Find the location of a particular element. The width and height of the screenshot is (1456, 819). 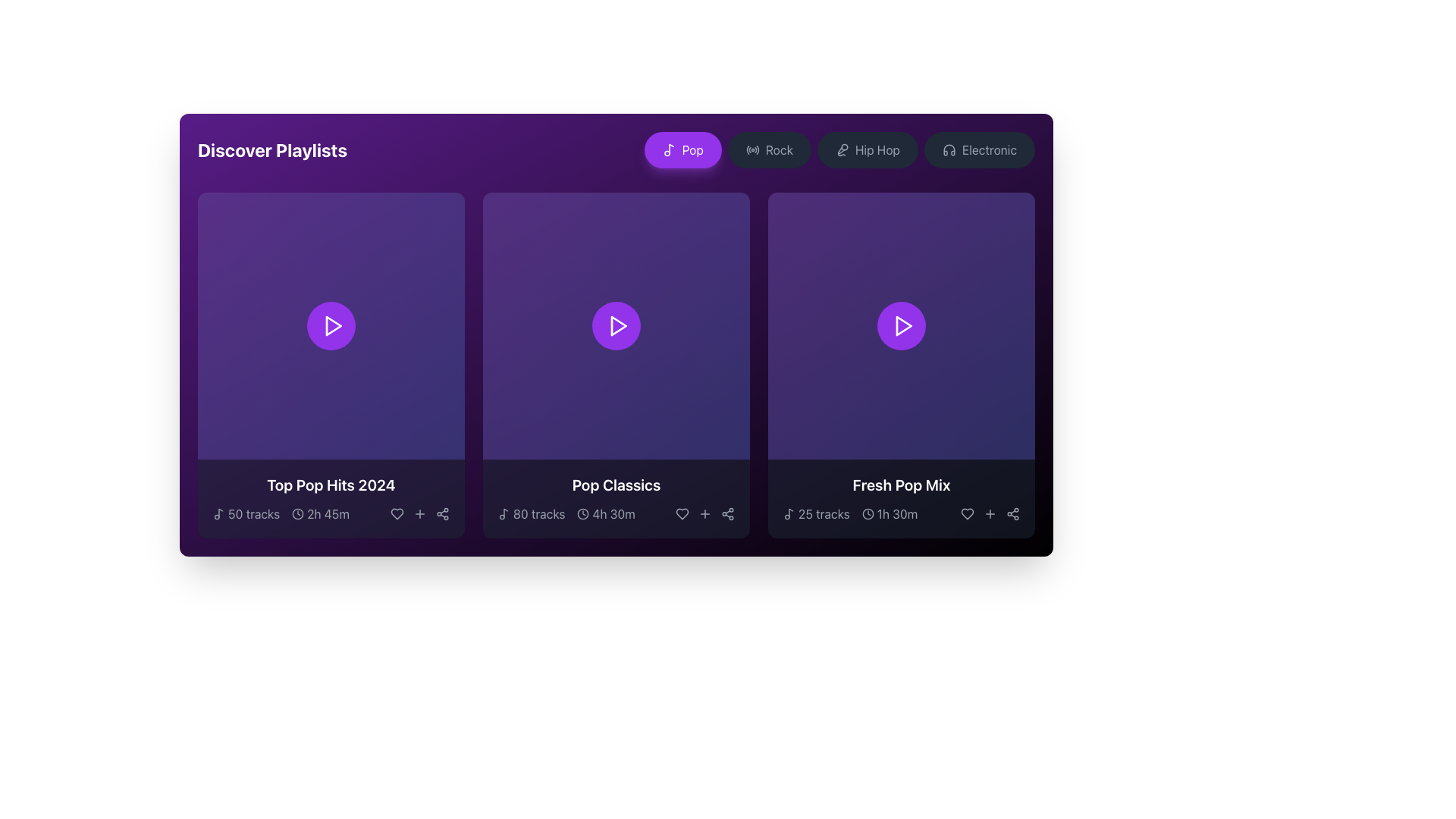

the clock icon that indicates the duration associated with the 'Pop Classics' playlist, positioned to the left of the text '4h 30m.' is located at coordinates (582, 513).